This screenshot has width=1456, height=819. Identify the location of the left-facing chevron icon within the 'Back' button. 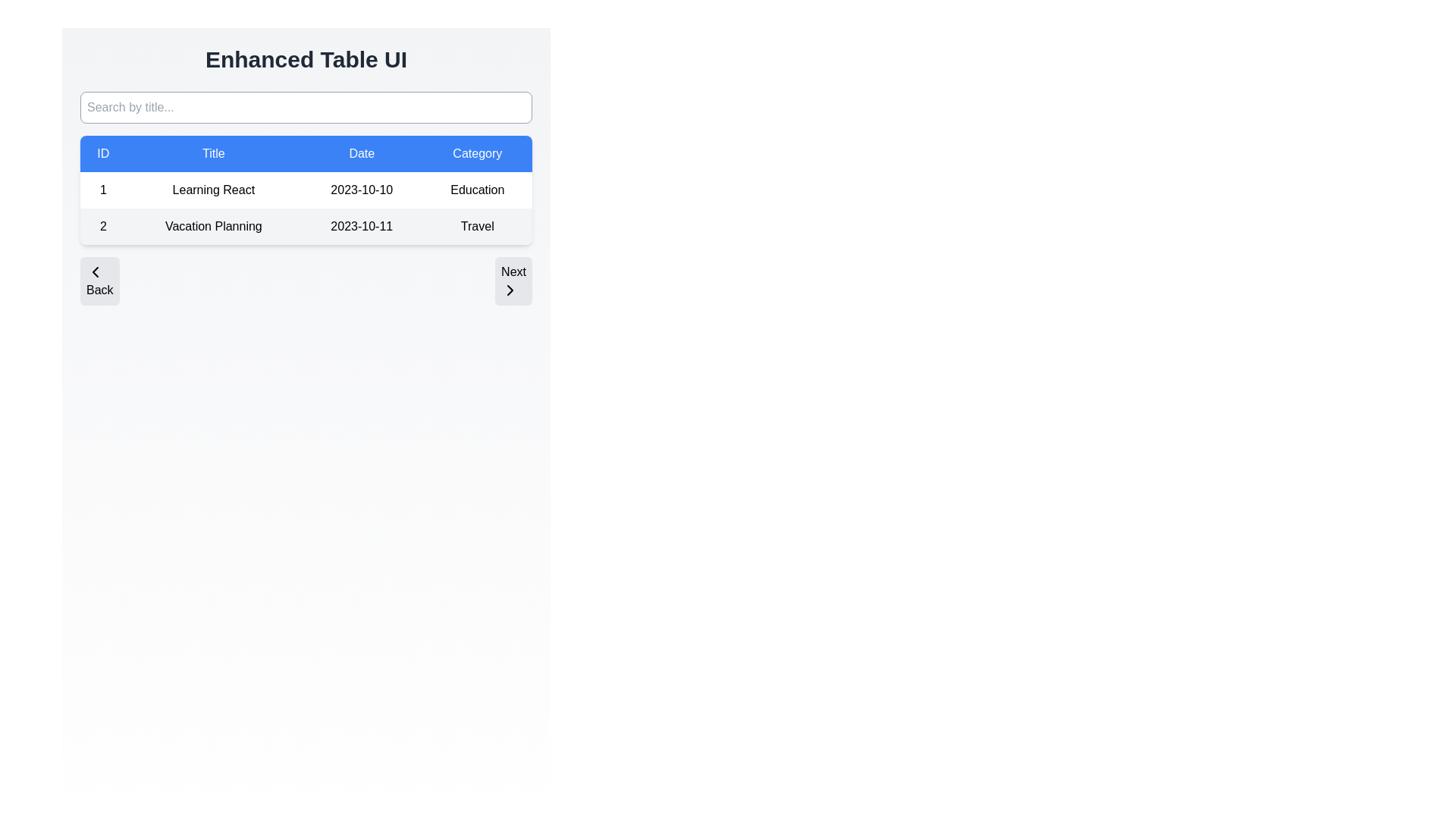
(94, 271).